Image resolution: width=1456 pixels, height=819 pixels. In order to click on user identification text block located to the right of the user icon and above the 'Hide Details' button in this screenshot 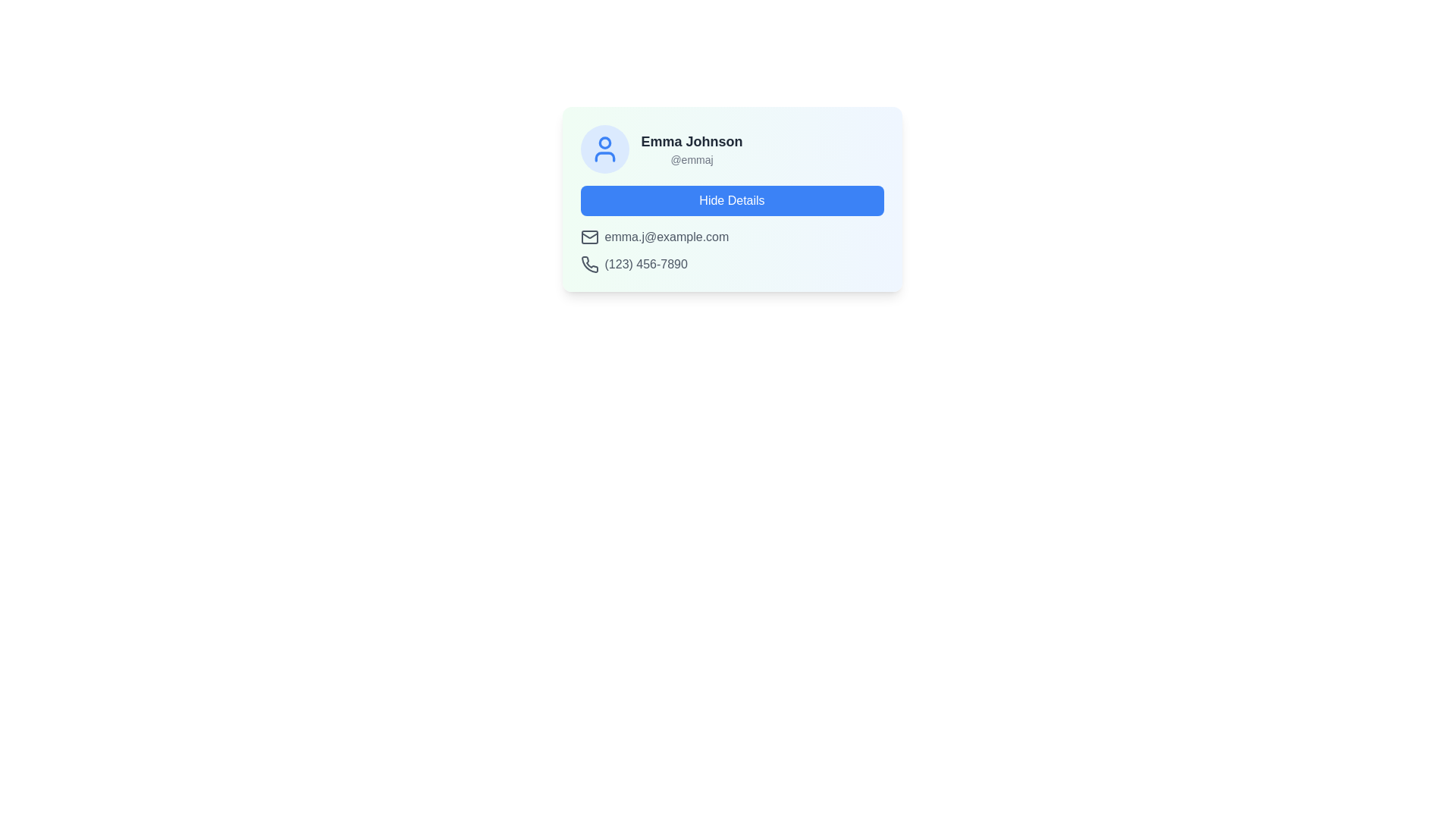, I will do `click(691, 149)`.